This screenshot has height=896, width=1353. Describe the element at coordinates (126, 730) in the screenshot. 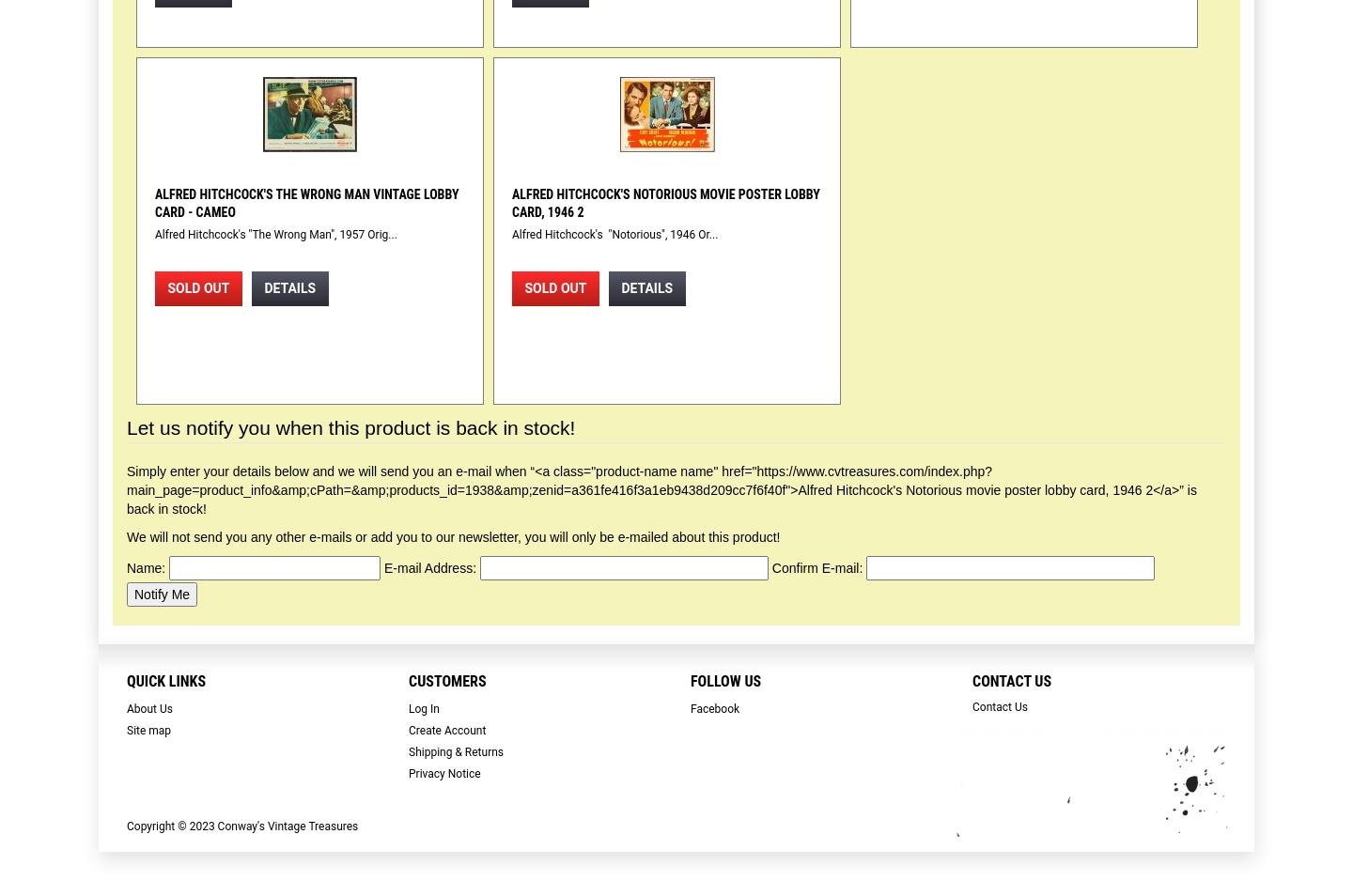

I see `'Site map'` at that location.